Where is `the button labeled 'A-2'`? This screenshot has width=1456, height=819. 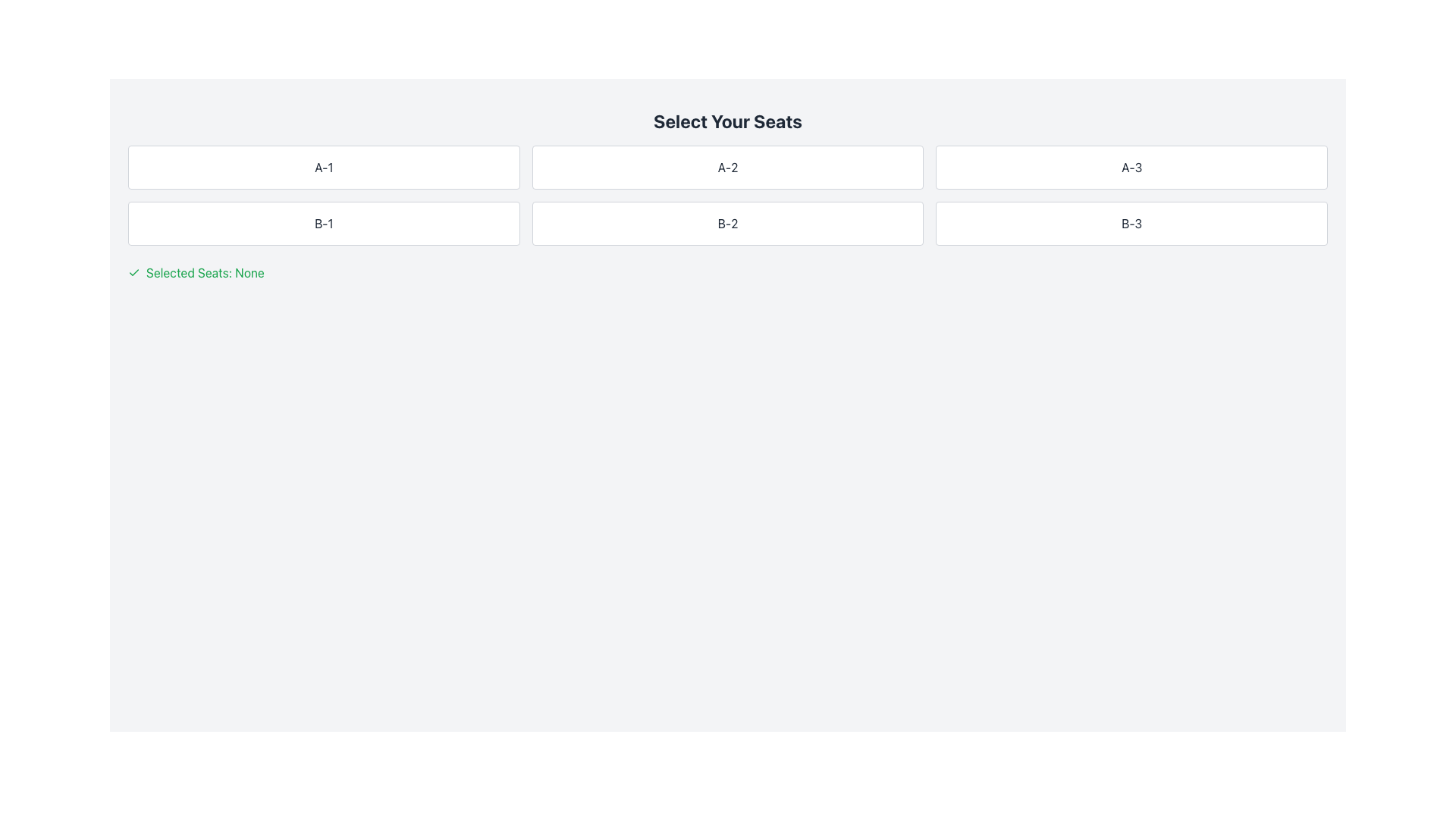
the button labeled 'A-2' is located at coordinates (728, 167).